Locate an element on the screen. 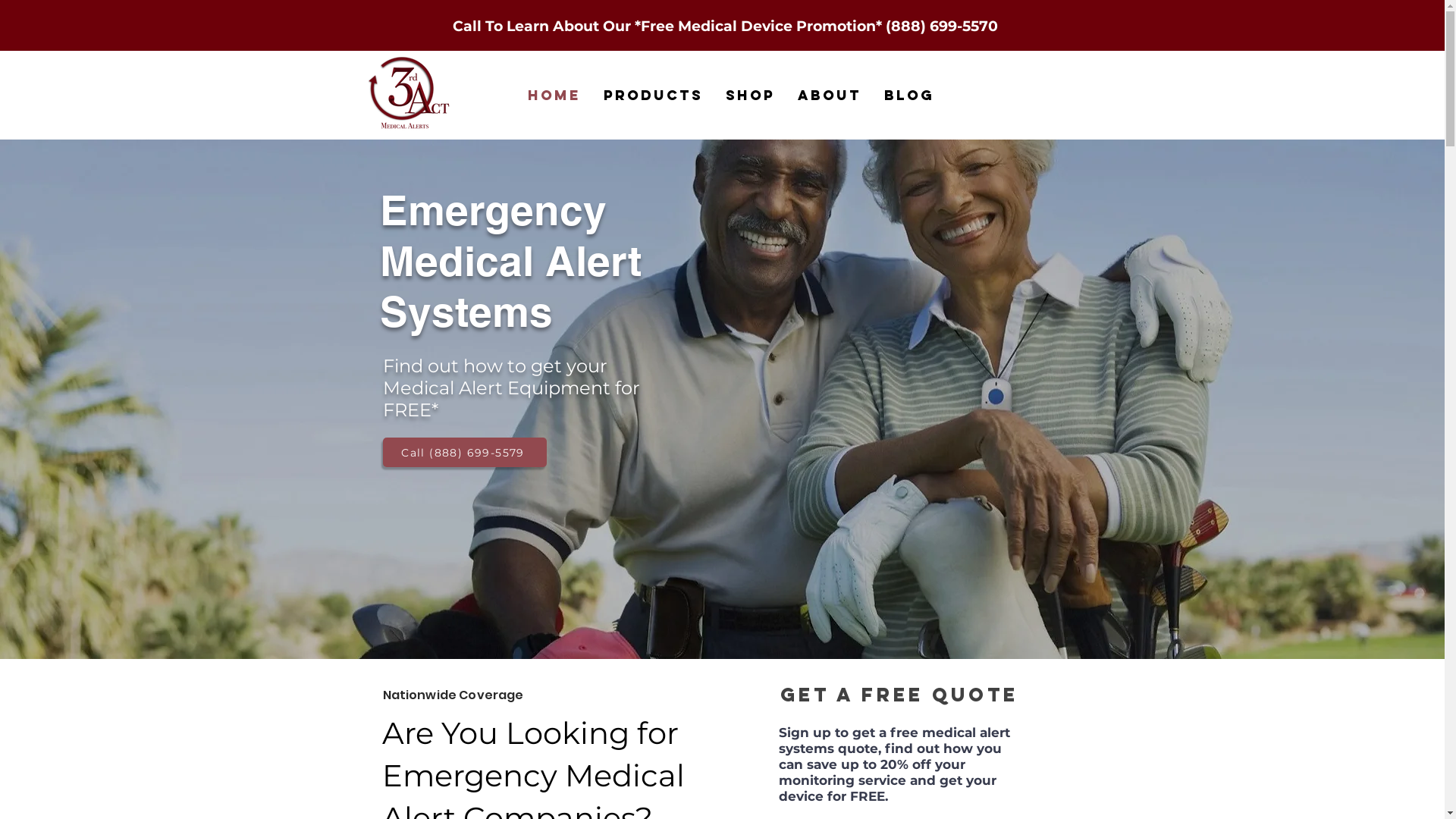  'Call (888) 699-5579' is located at coordinates (463, 451).